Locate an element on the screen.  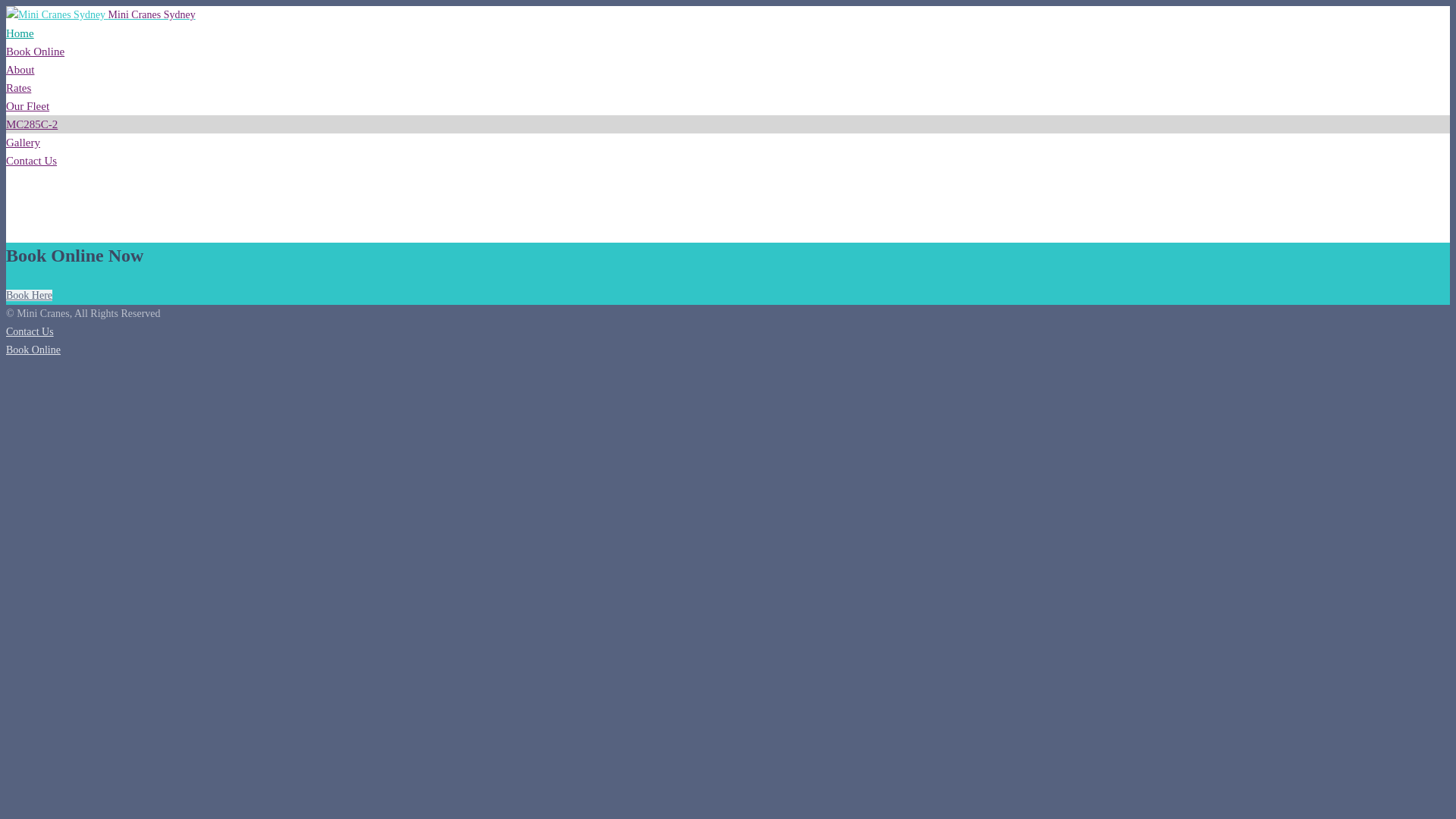
'Contact Us' is located at coordinates (31, 161).